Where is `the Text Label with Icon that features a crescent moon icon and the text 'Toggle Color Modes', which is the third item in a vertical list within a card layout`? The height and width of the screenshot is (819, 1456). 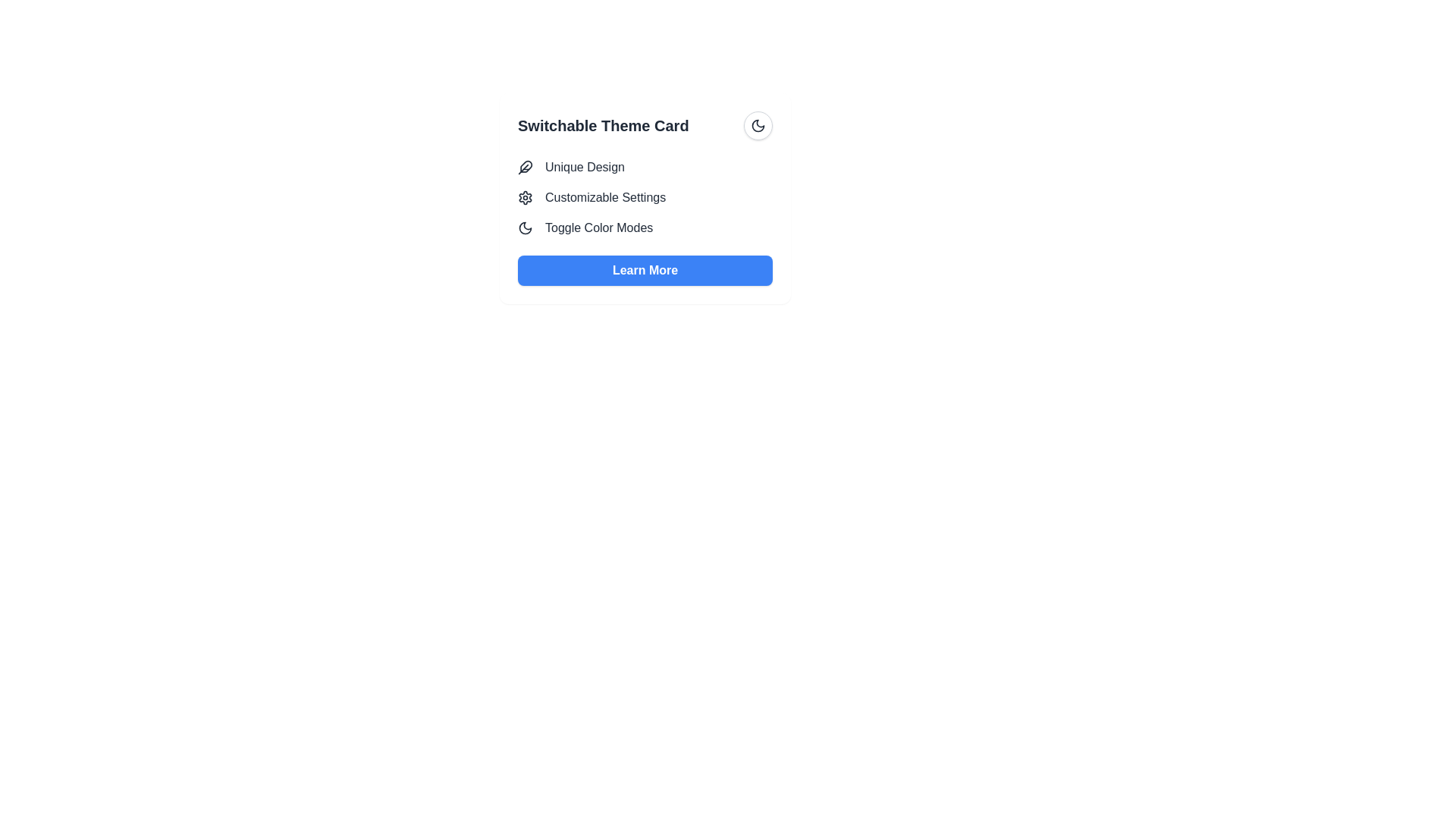 the Text Label with Icon that features a crescent moon icon and the text 'Toggle Color Modes', which is the third item in a vertical list within a card layout is located at coordinates (645, 227).